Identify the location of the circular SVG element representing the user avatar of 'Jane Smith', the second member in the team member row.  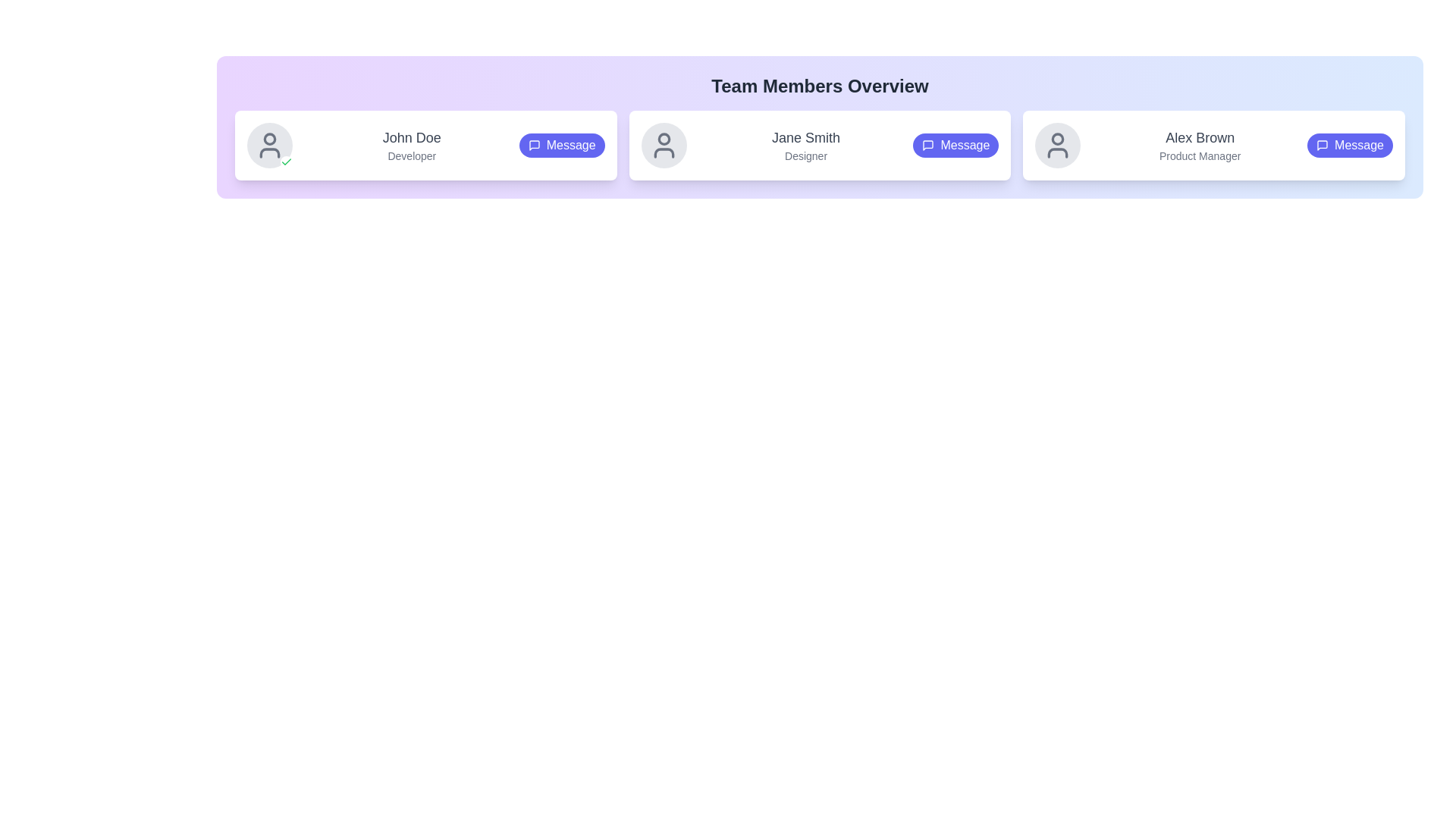
(664, 139).